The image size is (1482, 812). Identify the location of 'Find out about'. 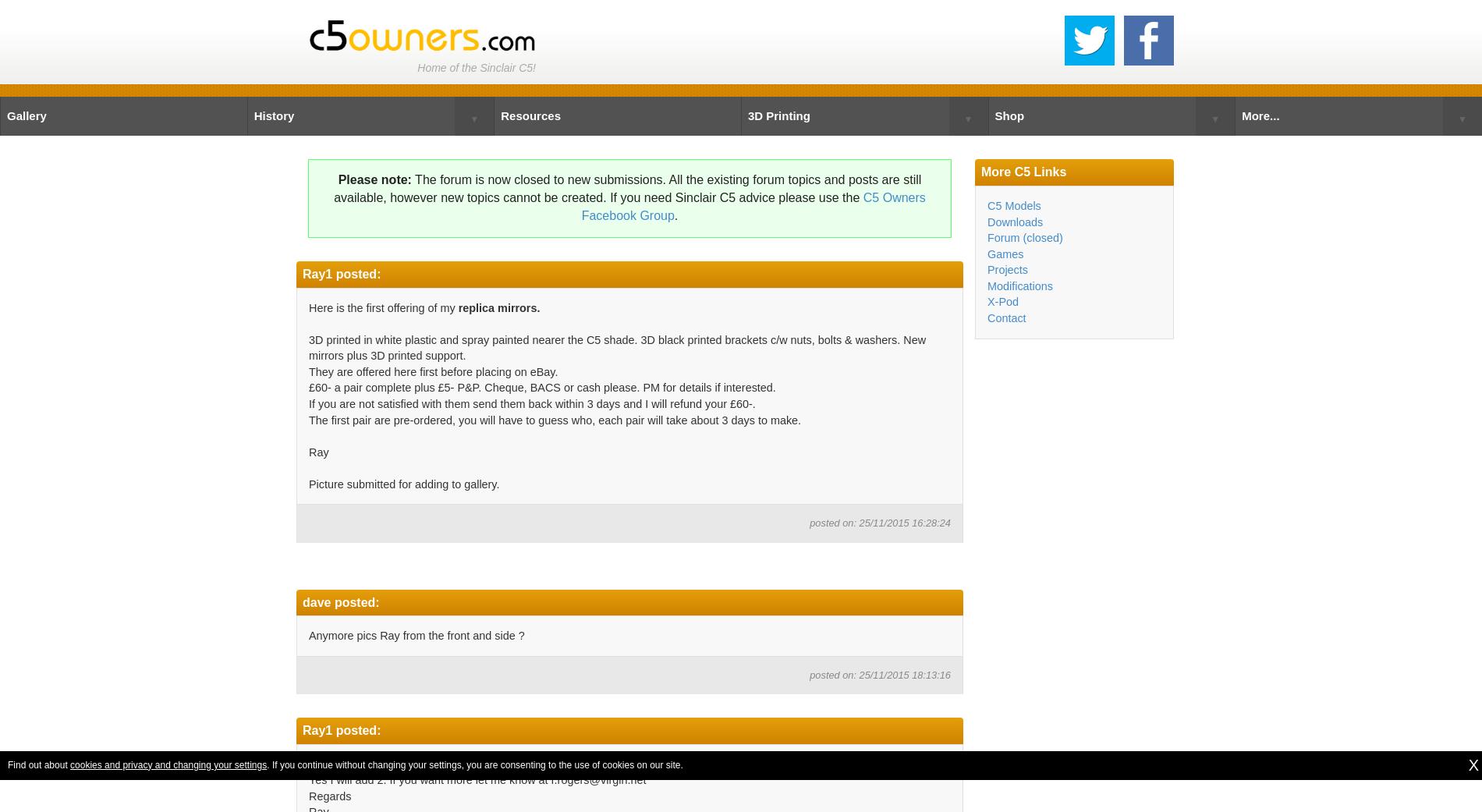
(38, 764).